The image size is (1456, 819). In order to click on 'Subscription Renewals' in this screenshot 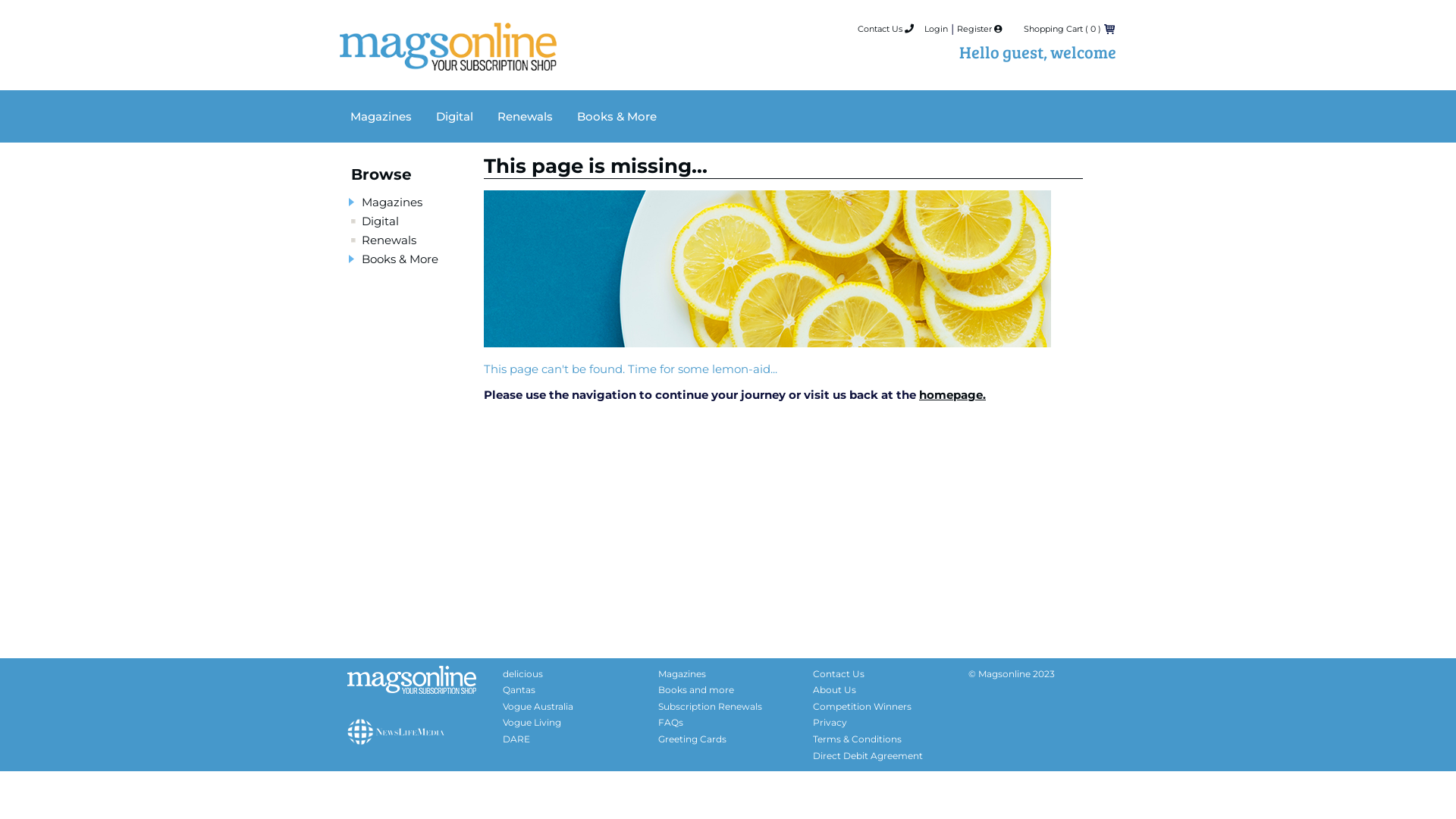, I will do `click(658, 706)`.